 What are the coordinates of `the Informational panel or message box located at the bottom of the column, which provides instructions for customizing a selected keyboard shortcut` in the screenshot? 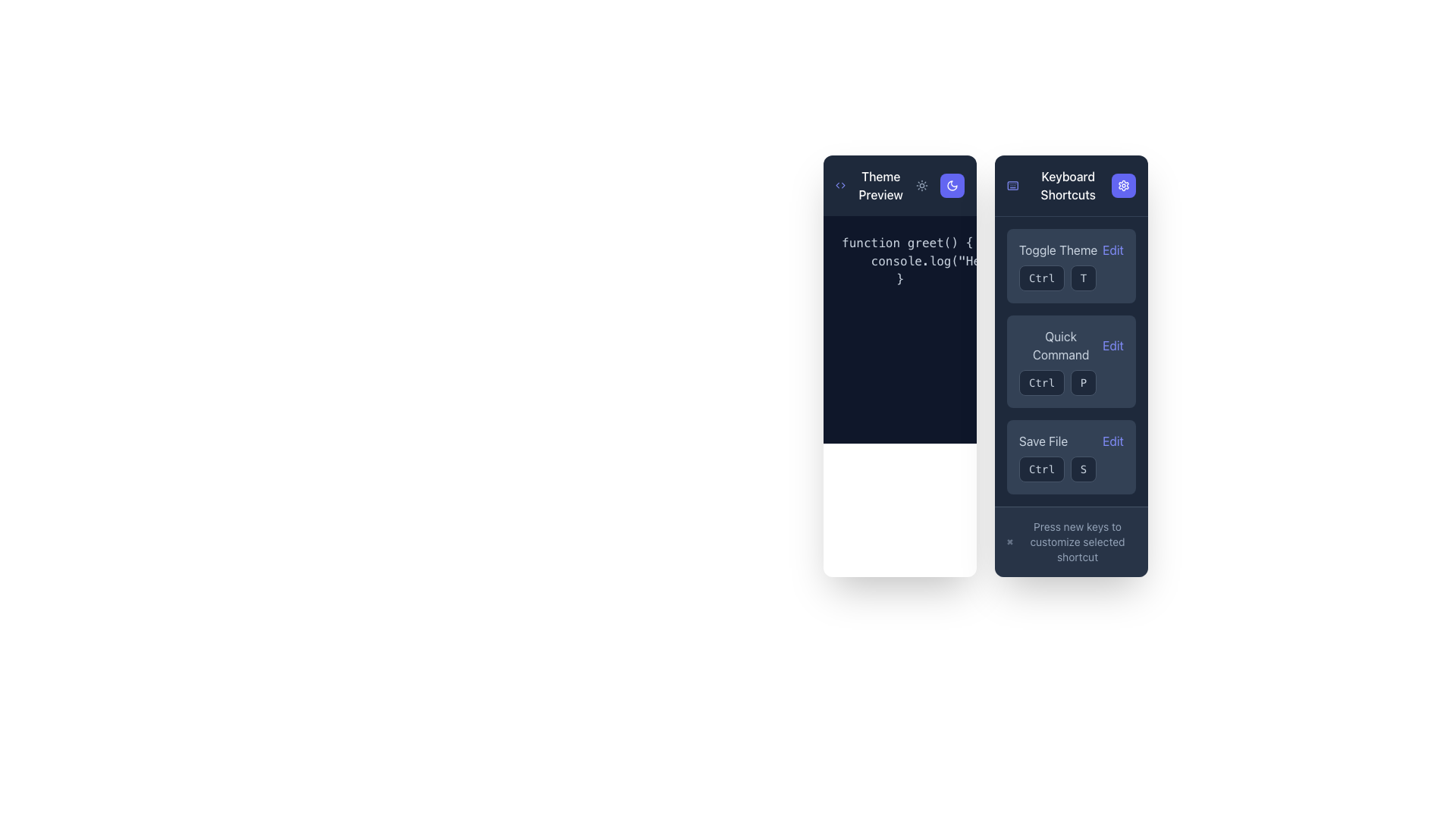 It's located at (1070, 540).